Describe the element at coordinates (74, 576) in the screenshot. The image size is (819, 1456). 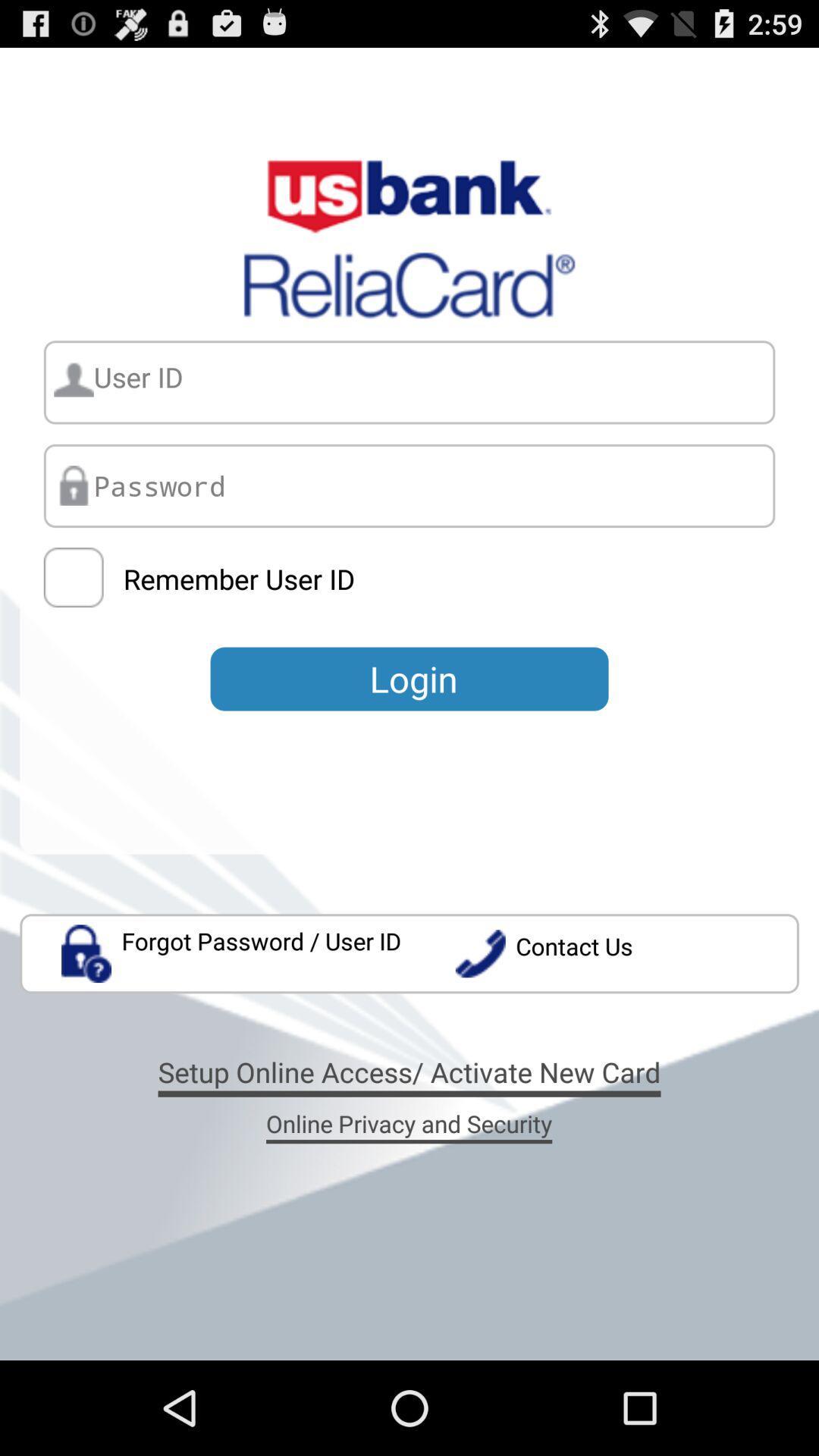
I see `the icon to the left of remember user id item` at that location.